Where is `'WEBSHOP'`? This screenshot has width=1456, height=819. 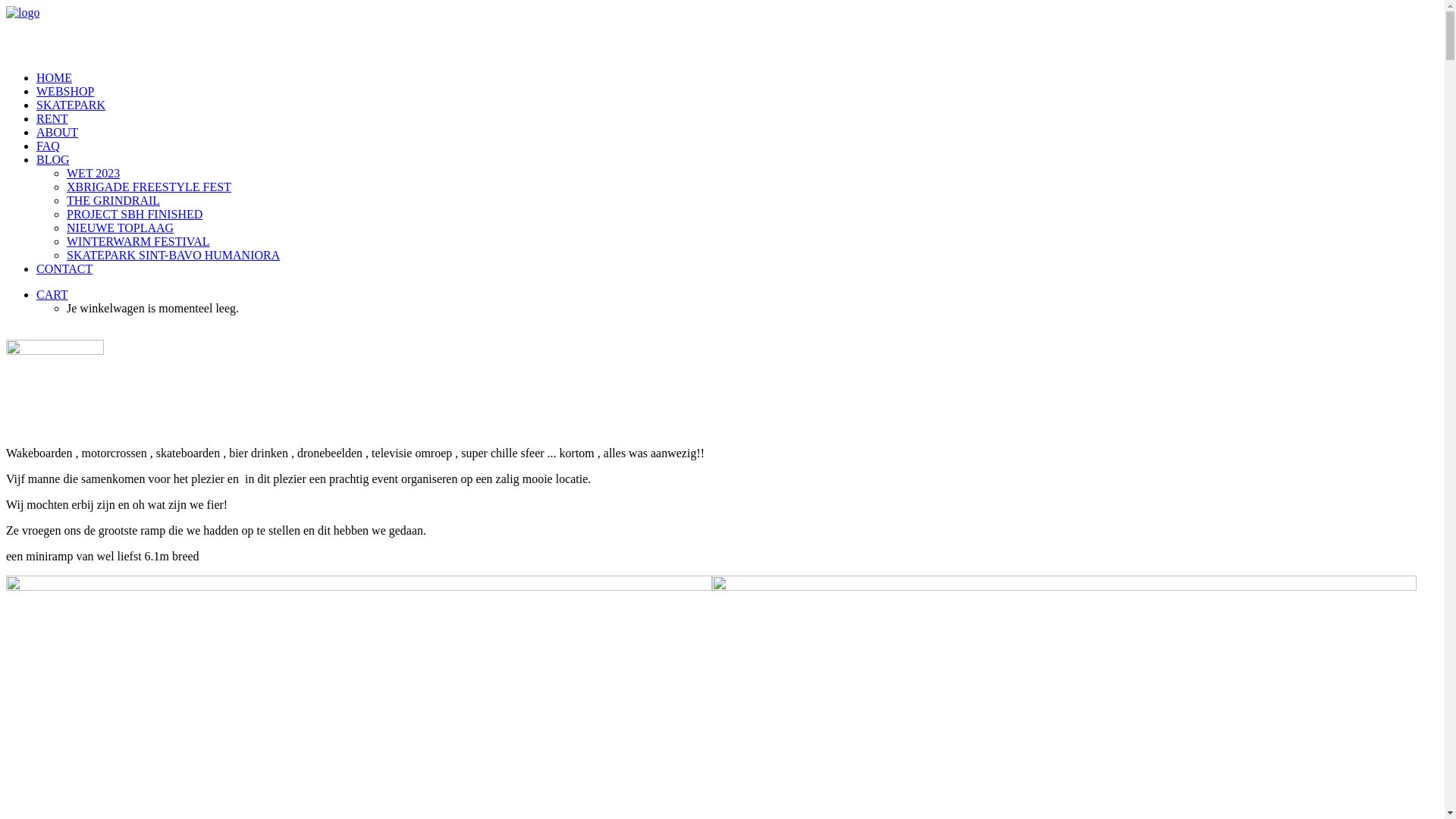 'WEBSHOP' is located at coordinates (64, 91).